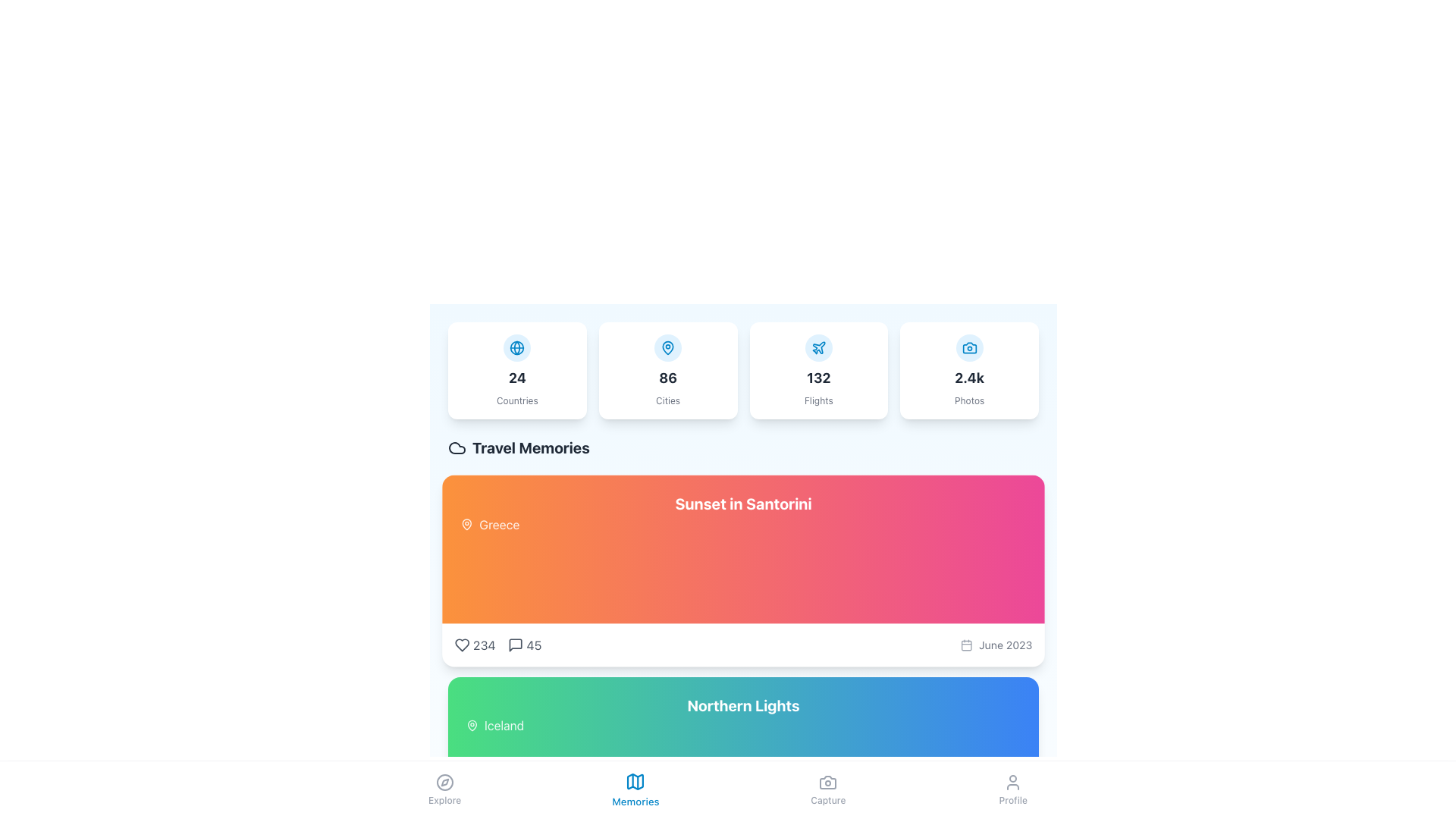 The height and width of the screenshot is (819, 1456). What do you see at coordinates (635, 801) in the screenshot?
I see `the text label displaying 'Memories' in bold blue font, located at the bottom navigation bar, directly below the map icon` at bounding box center [635, 801].